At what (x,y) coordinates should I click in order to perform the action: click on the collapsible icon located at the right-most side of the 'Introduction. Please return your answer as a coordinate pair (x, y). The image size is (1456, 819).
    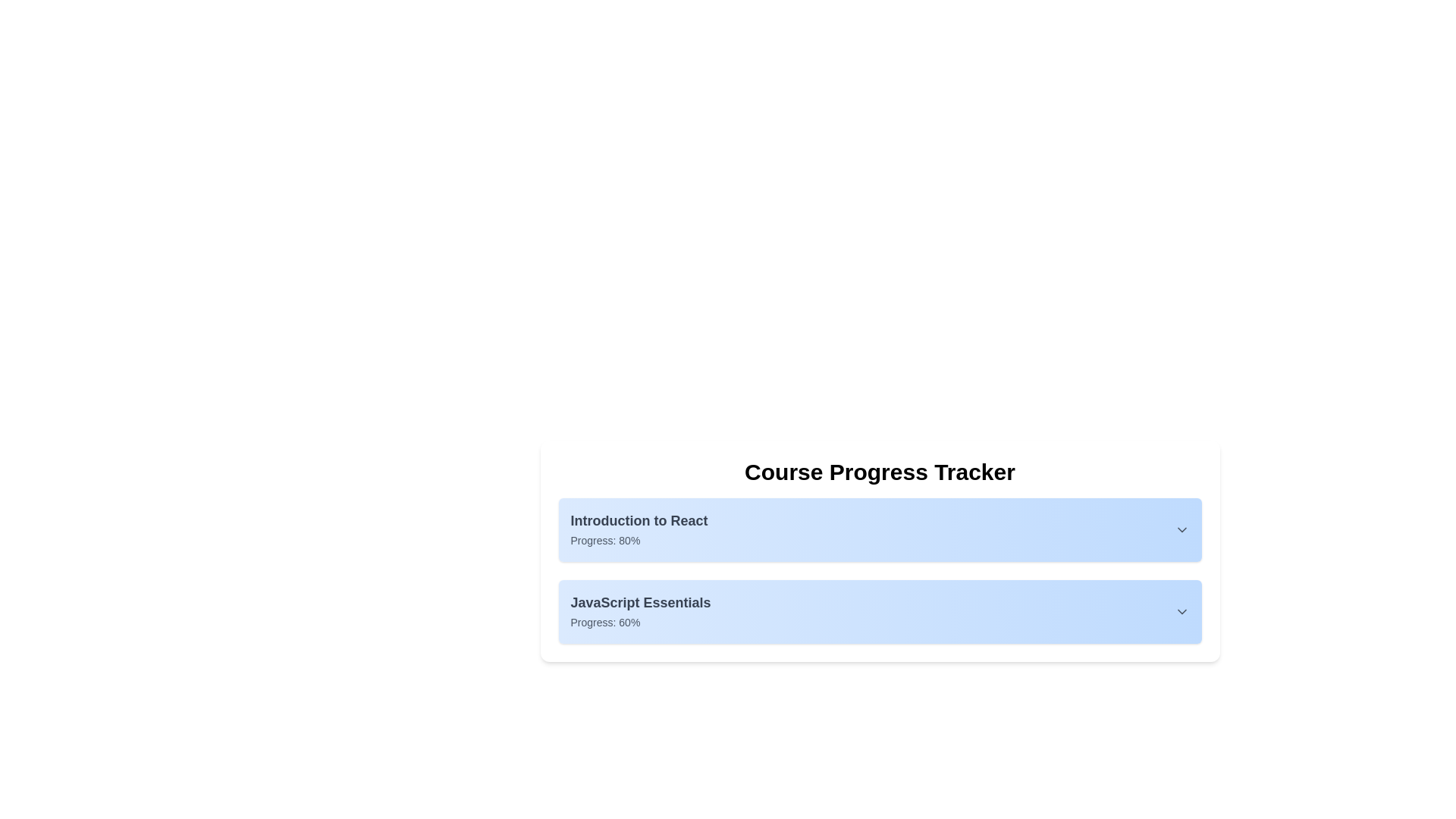
    Looking at the image, I should click on (1181, 529).